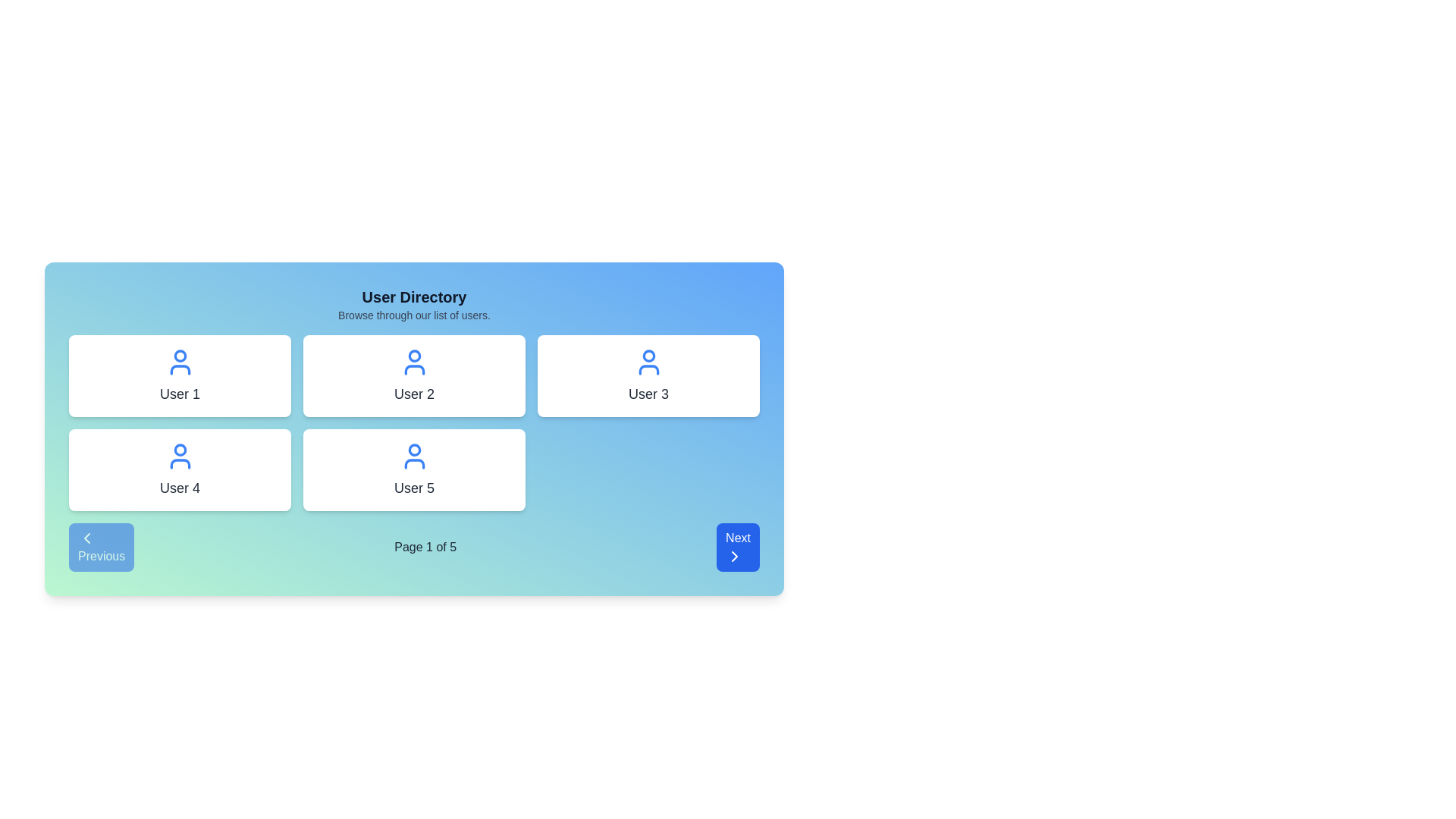  I want to click on on the third card in the grid layout representing a user profile or item, which displays the user's name and an icon, so click(648, 375).